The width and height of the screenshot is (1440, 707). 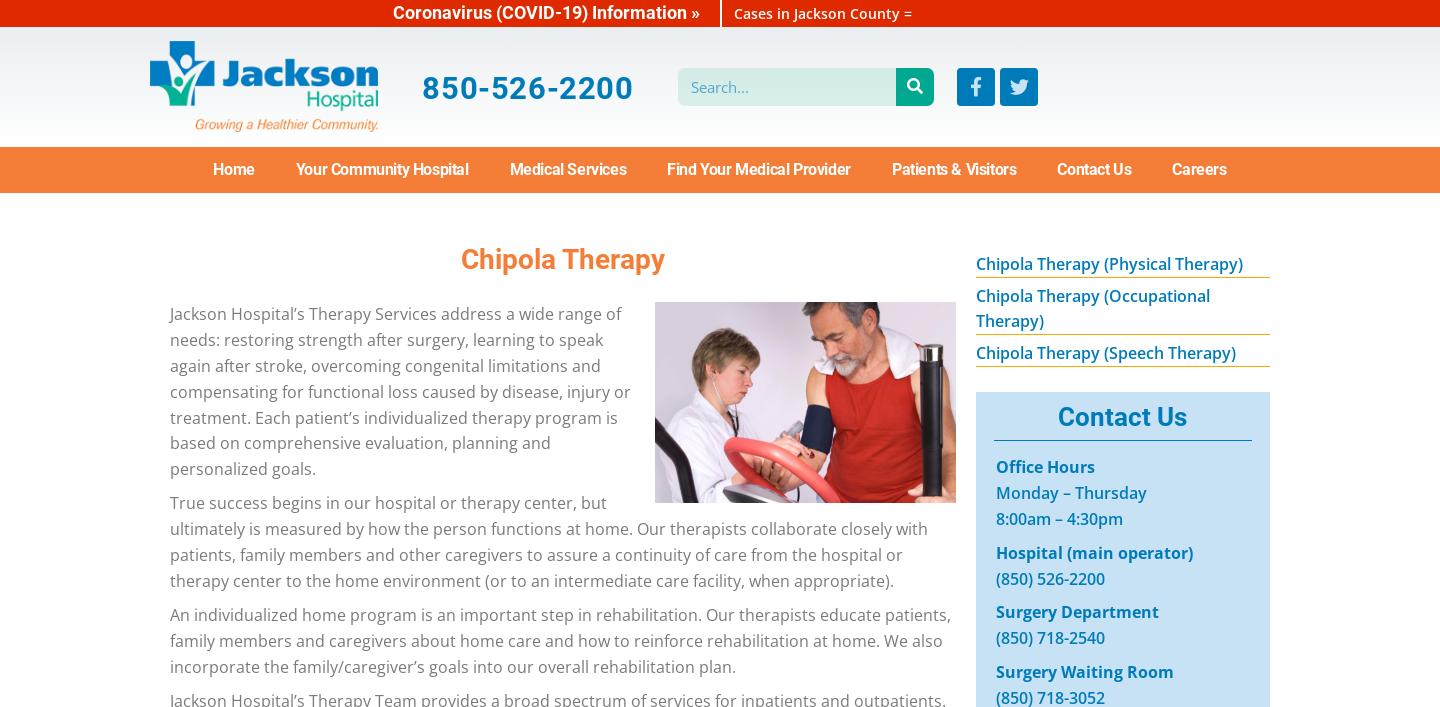 I want to click on 'True success begins in our hospital or therapy center, but ultimately is measured by how the person functions at home. Our therapists collaborate closely with patients, family members and other caregivers to assure a continuity of care from the hospital or therapy center to the home environment (or to an intermediate care facility, when appropriate).', so click(x=549, y=540).